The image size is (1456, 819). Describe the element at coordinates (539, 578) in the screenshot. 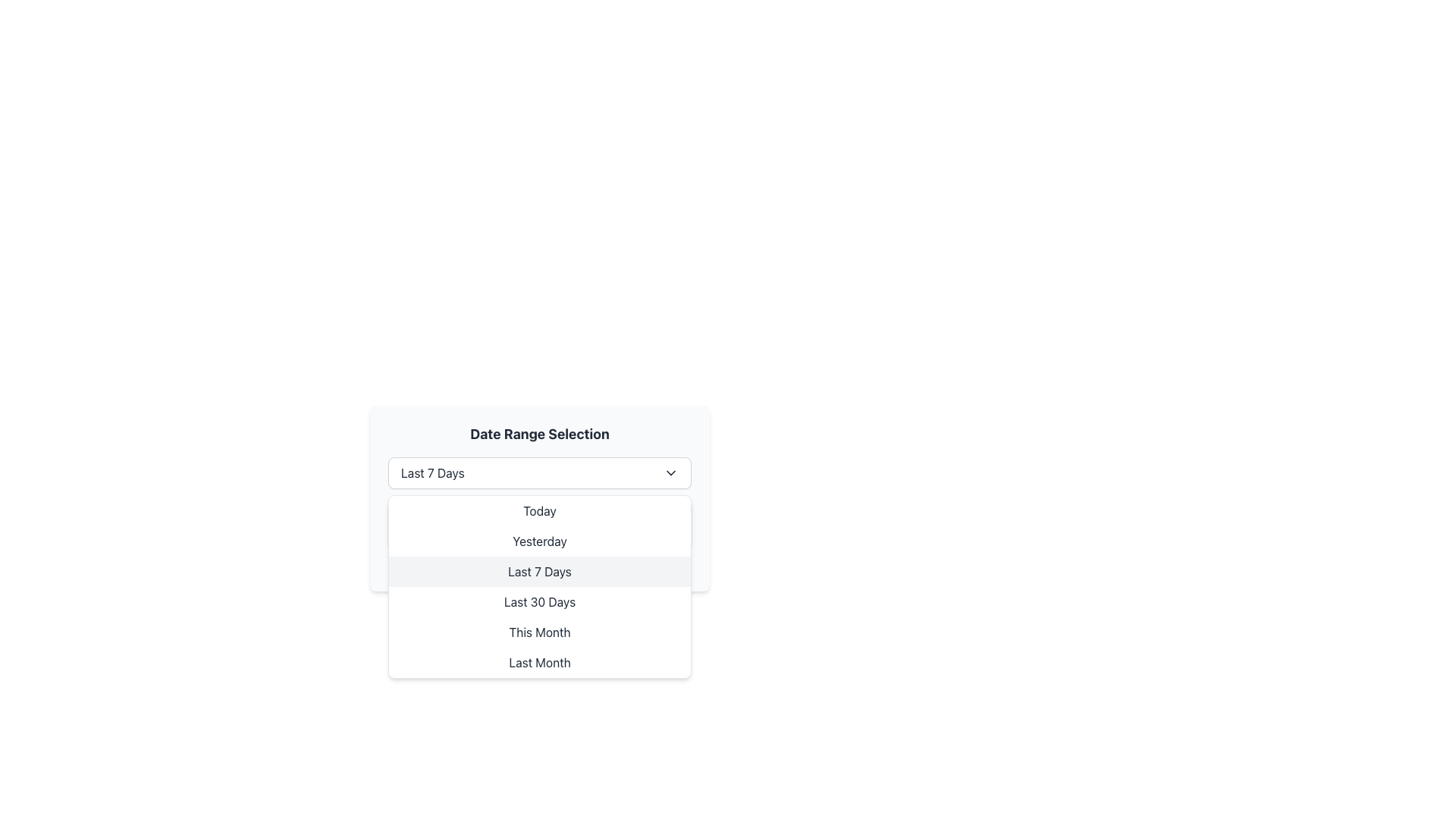

I see `the dropdown menu item for selecting a predefined date range, which is the fourth item in the list` at that location.